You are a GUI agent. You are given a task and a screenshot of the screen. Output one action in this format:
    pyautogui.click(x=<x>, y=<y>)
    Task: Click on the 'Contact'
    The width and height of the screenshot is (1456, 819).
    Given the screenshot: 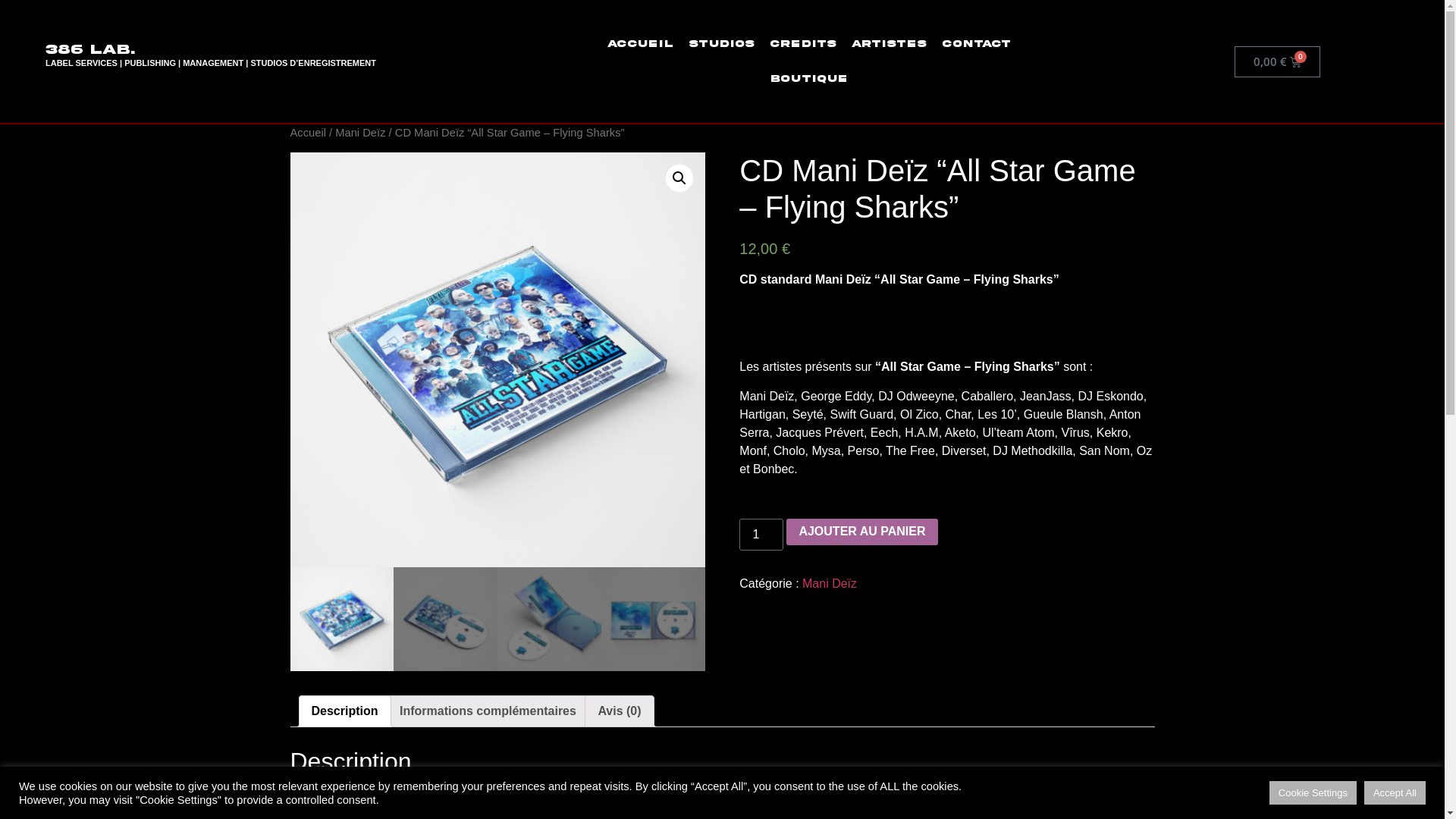 What is the action you would take?
    pyautogui.click(x=976, y=42)
    